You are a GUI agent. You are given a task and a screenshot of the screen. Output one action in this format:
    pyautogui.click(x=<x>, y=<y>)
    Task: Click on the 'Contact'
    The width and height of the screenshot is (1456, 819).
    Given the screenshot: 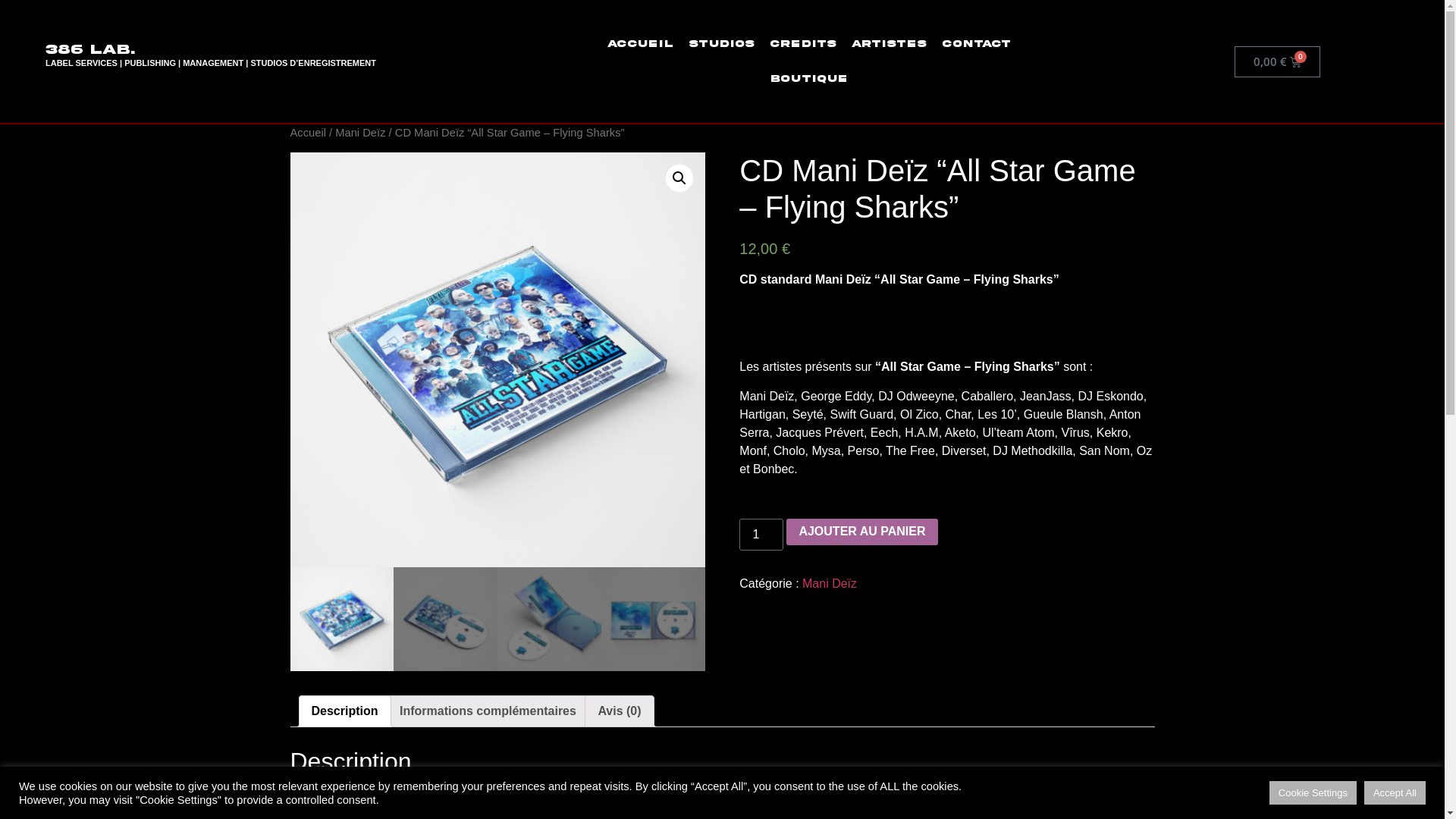 What is the action you would take?
    pyautogui.click(x=976, y=42)
    